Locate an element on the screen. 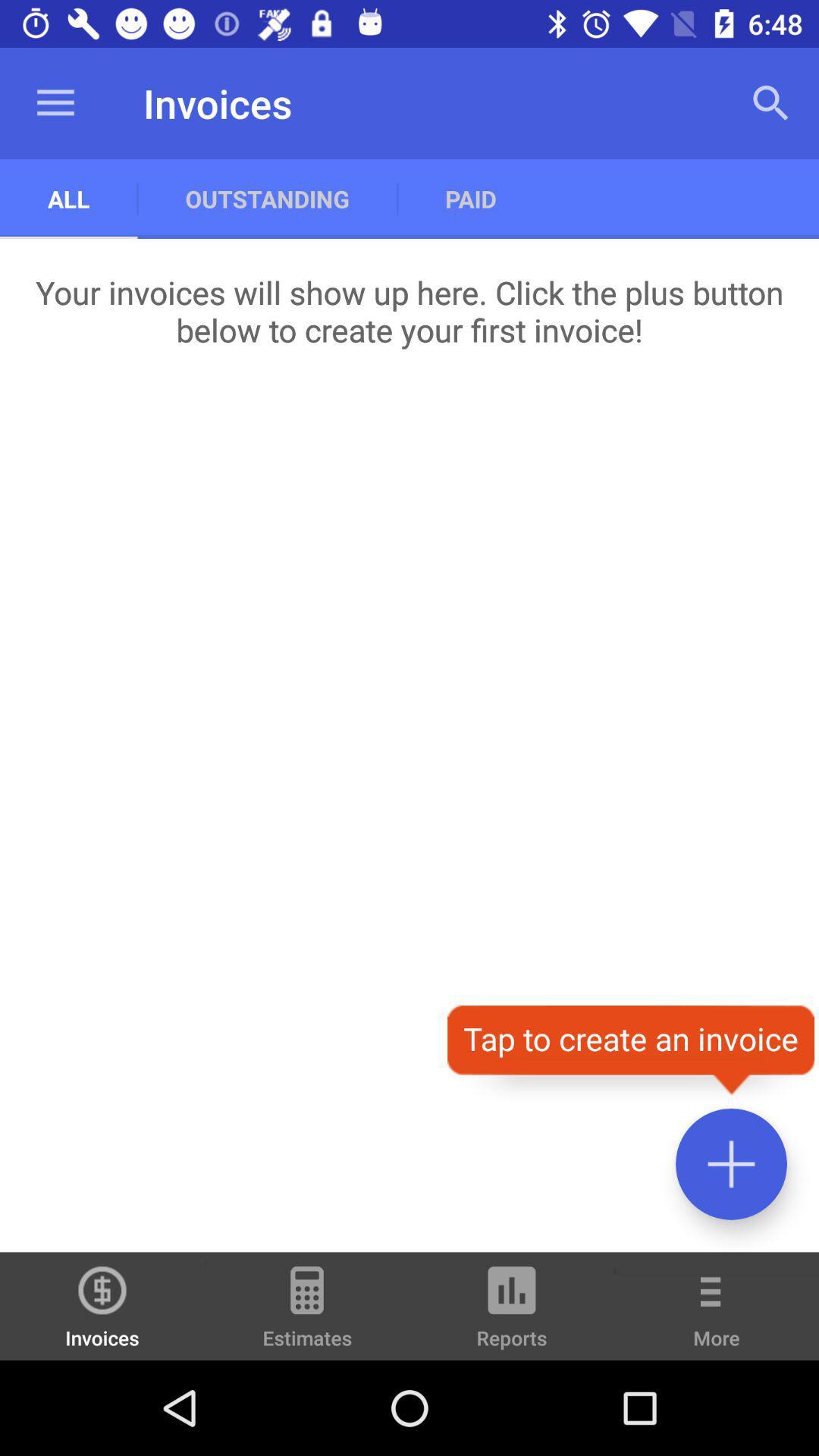  invoice is located at coordinates (730, 1163).